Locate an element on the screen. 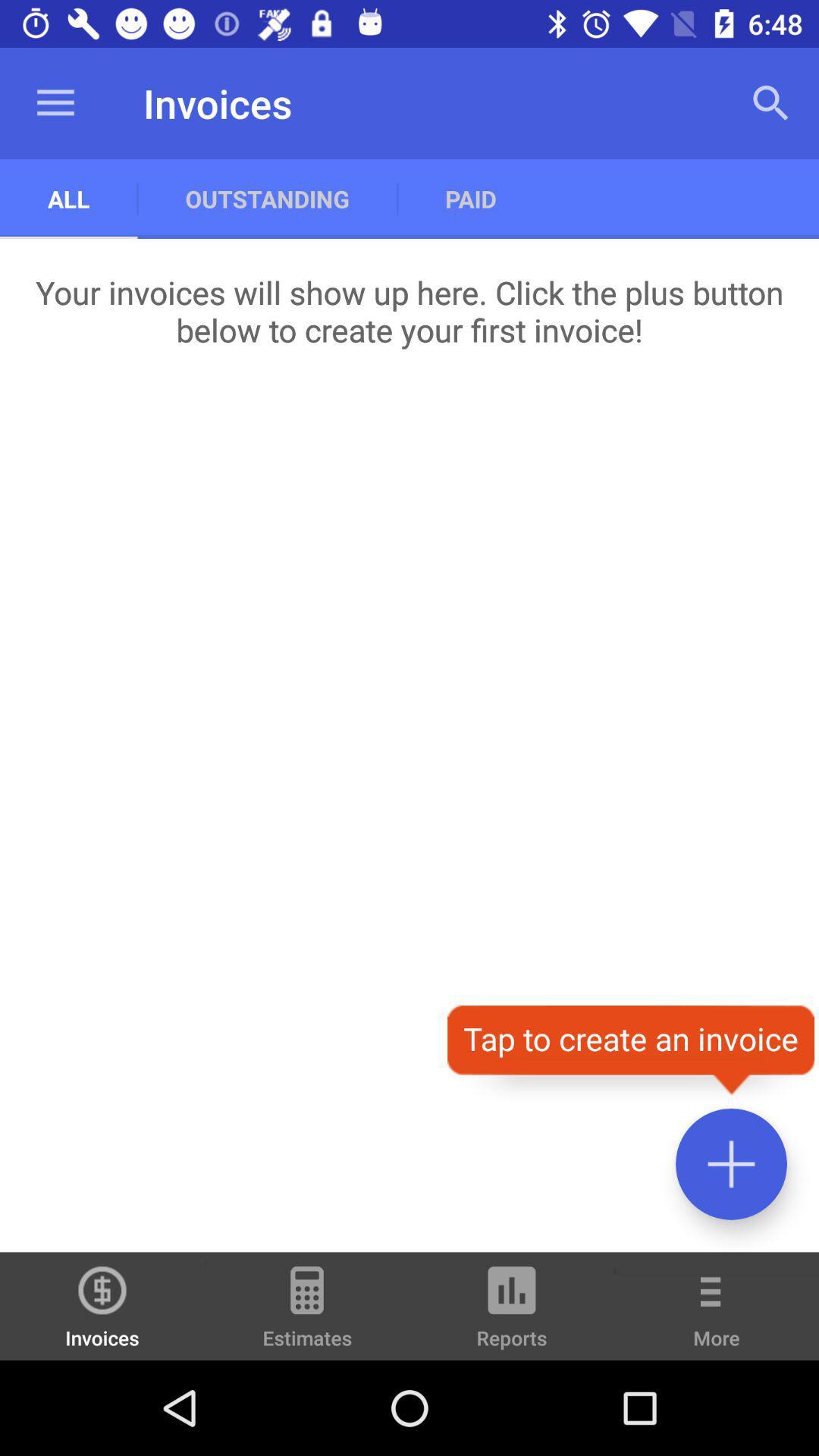  invoice is located at coordinates (730, 1163).